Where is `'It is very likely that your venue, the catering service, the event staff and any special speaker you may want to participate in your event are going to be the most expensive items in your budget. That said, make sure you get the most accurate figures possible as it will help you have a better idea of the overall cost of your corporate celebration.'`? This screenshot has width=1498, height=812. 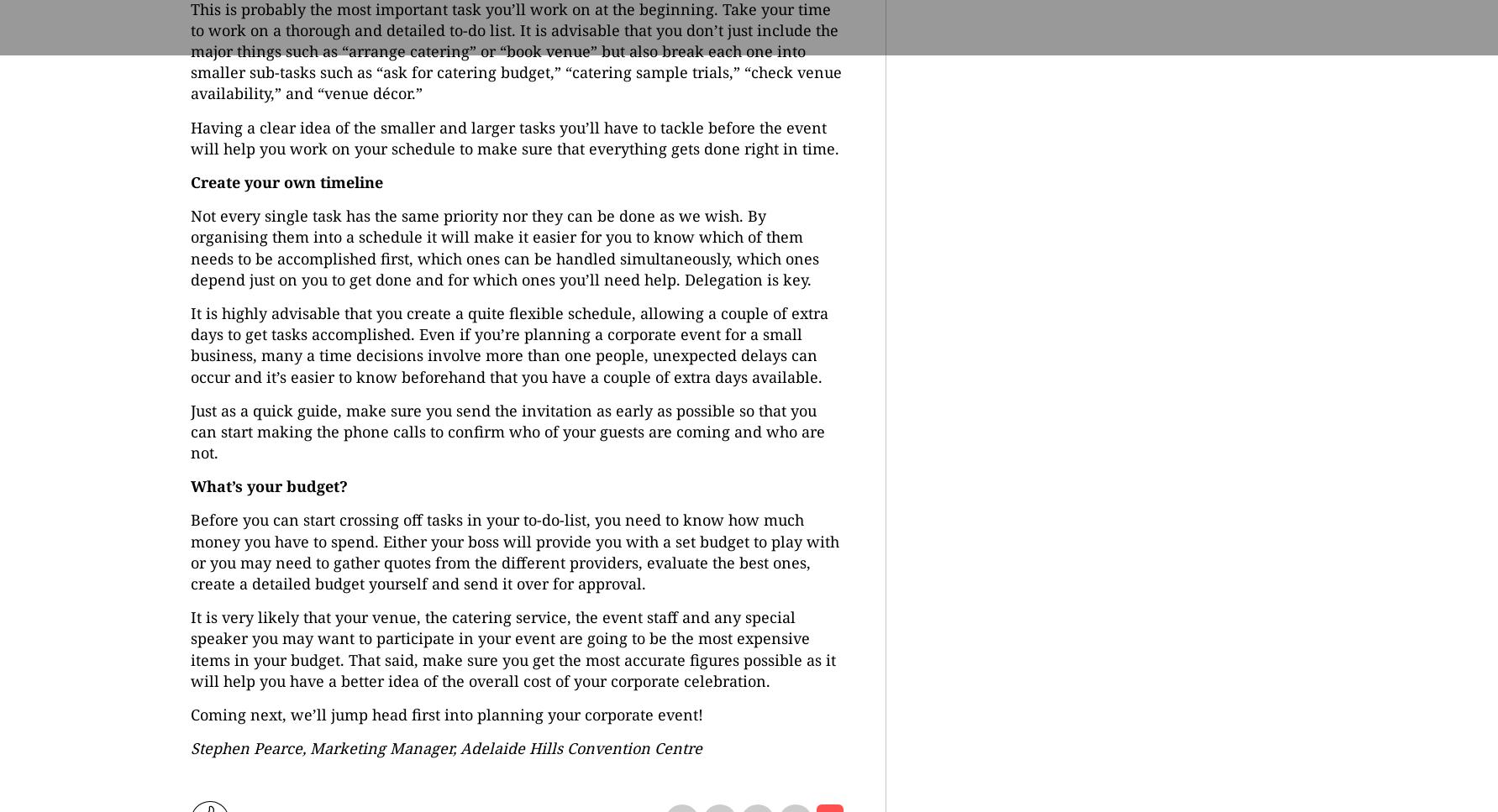
'It is very likely that your venue, the catering service, the event staff and any special speaker you may want to participate in your event are going to be the most expensive items in your budget. That said, make sure you get the most accurate figures possible as it will help you have a better idea of the overall cost of your corporate celebration.' is located at coordinates (190, 648).